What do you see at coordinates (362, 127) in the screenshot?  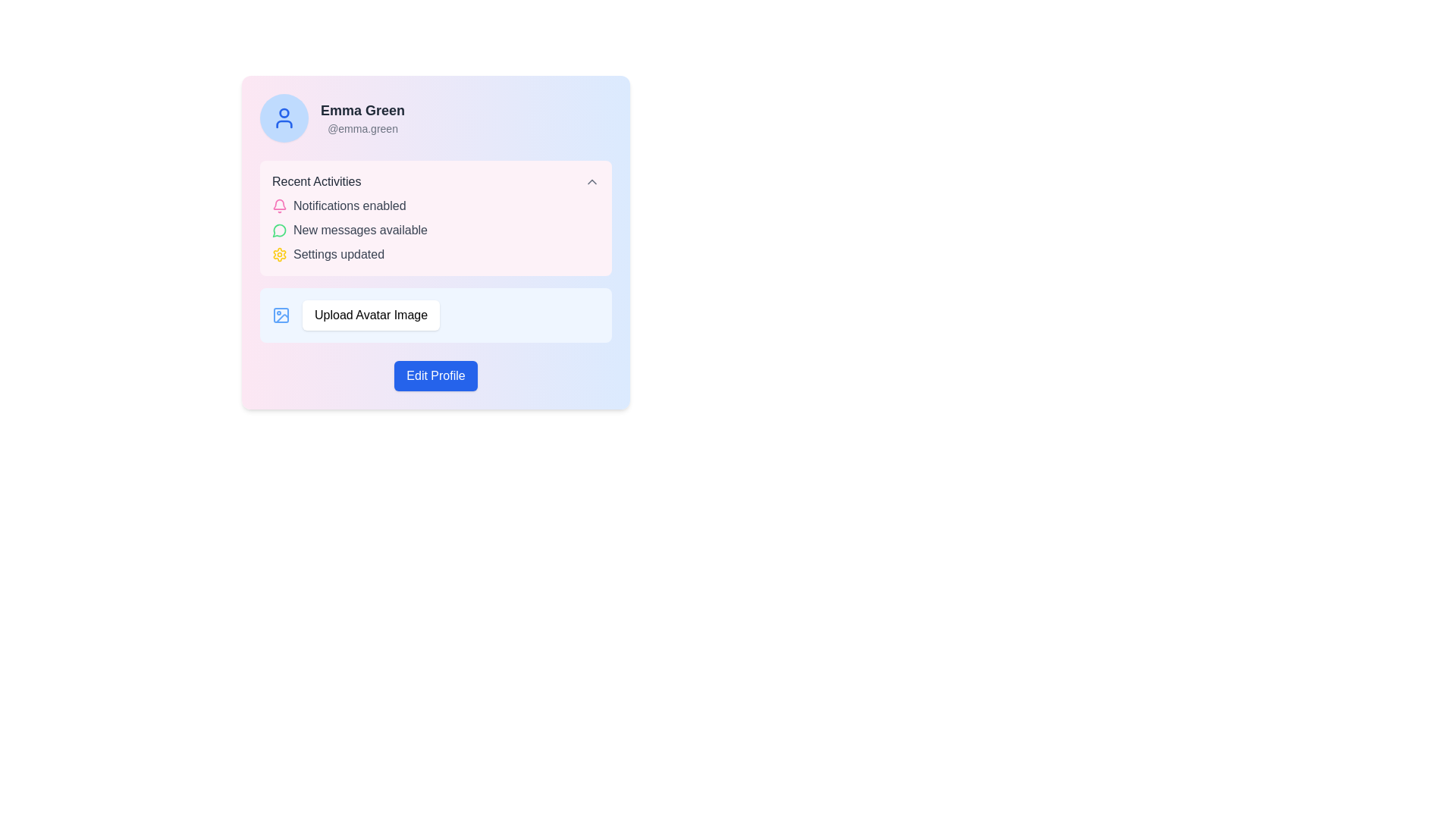 I see `username displayed in the Text Label located directly below 'Emma Green' in the profile card layout` at bounding box center [362, 127].